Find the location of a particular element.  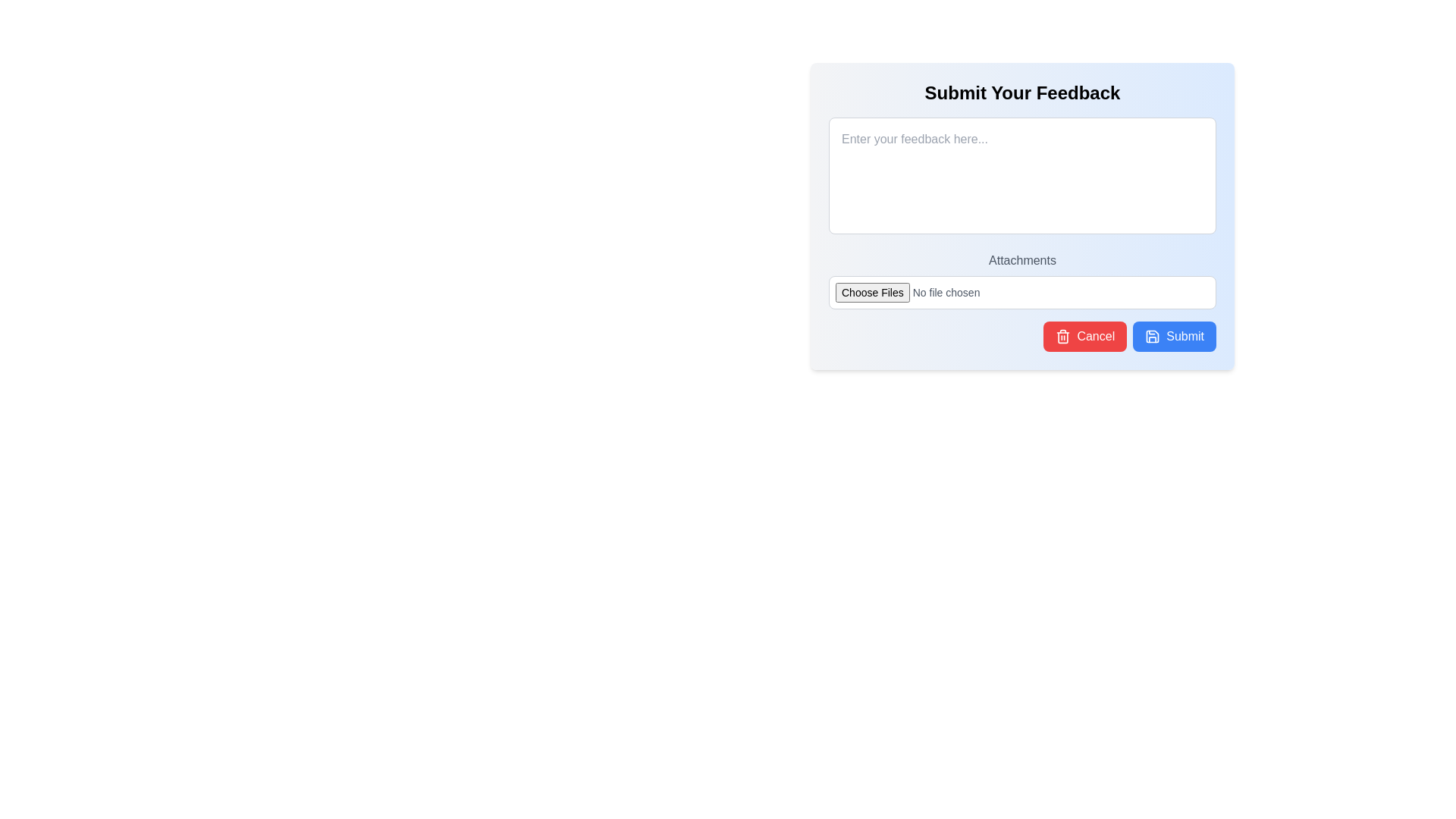

the floppy disk icon located on the blue 'Submit' button adjacent to the 'Submit' text is located at coordinates (1153, 335).